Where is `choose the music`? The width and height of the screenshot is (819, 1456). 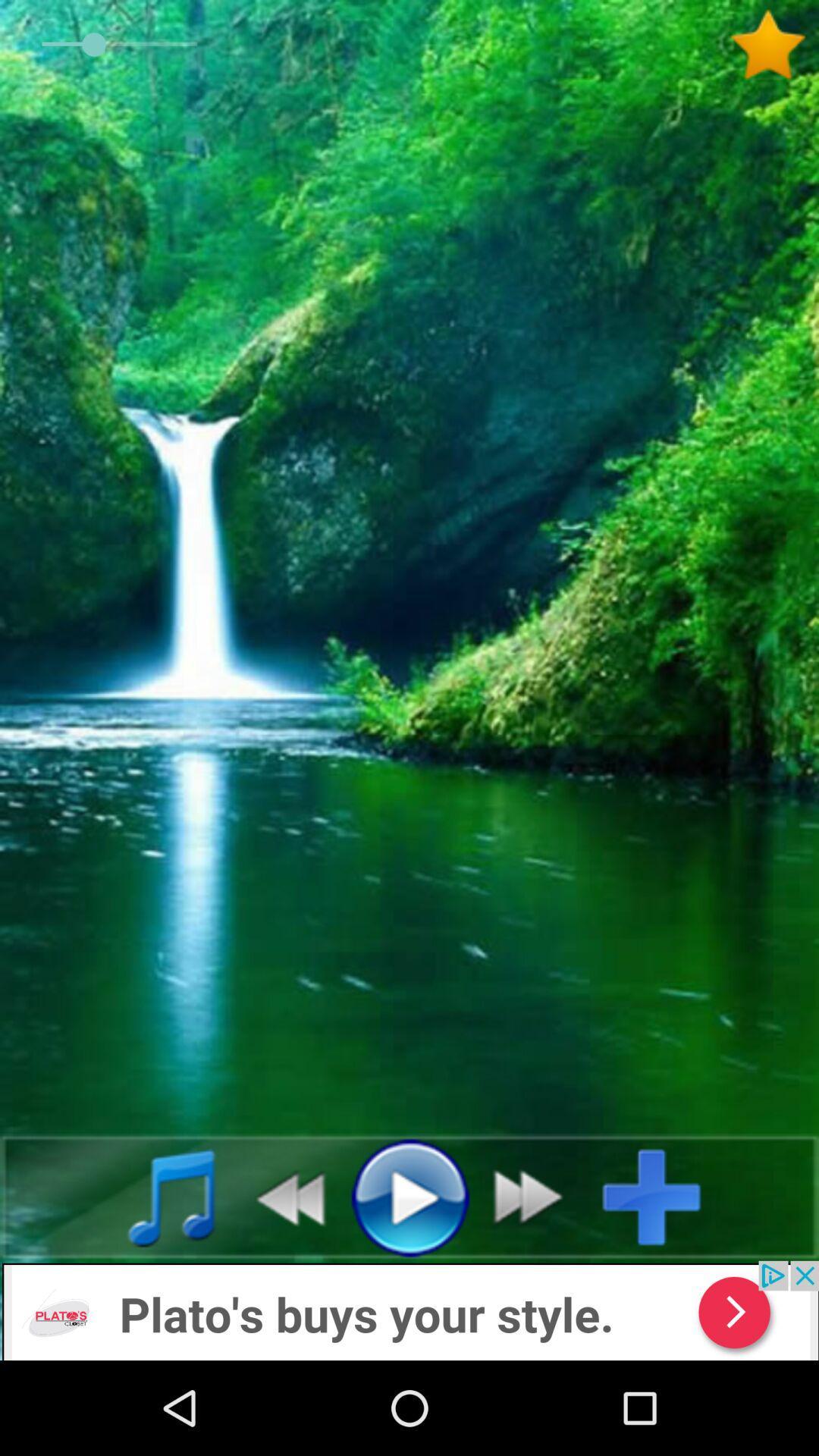 choose the music is located at coordinates (155, 1196).